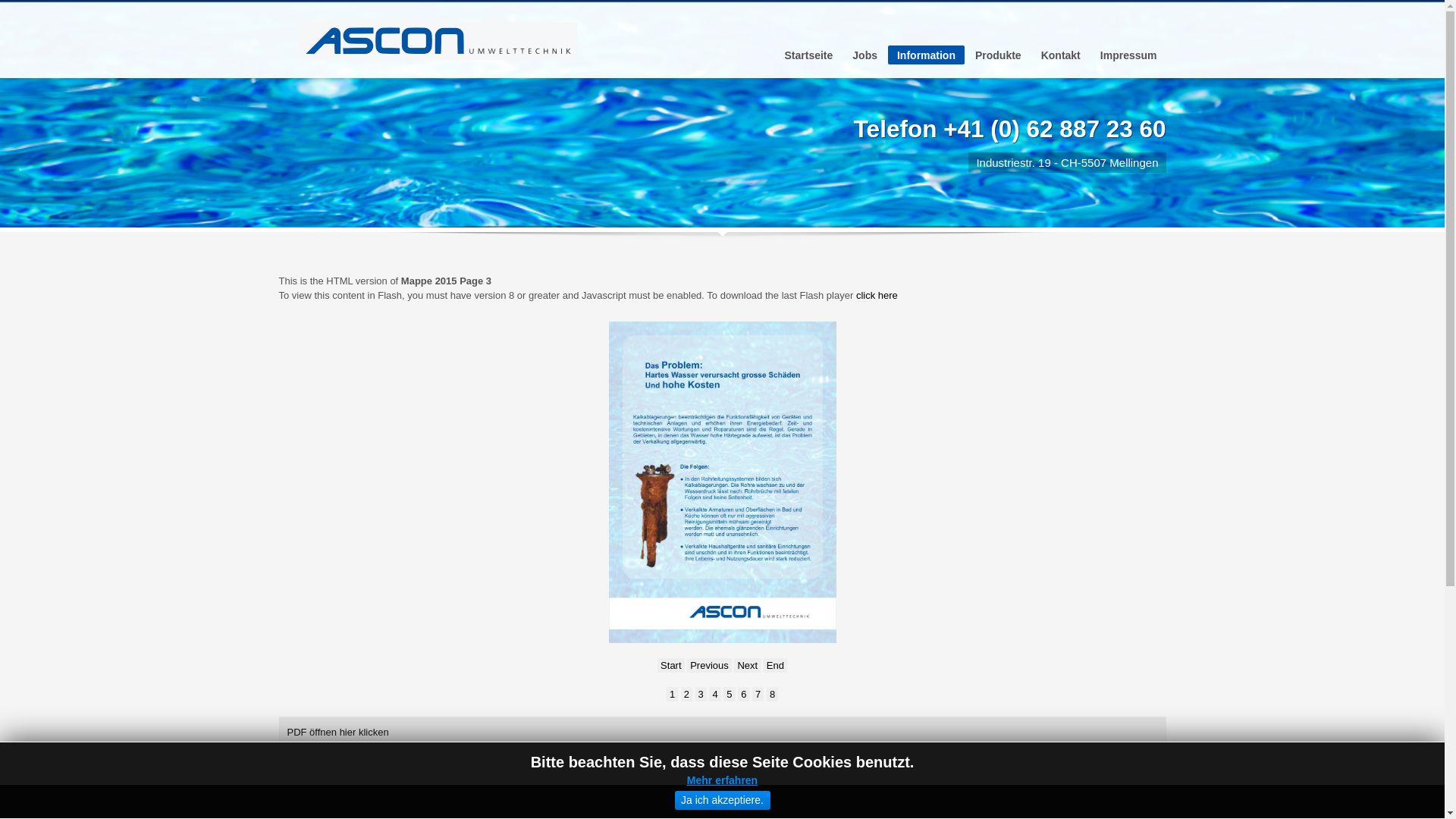  What do you see at coordinates (700, 694) in the screenshot?
I see `'3'` at bounding box center [700, 694].